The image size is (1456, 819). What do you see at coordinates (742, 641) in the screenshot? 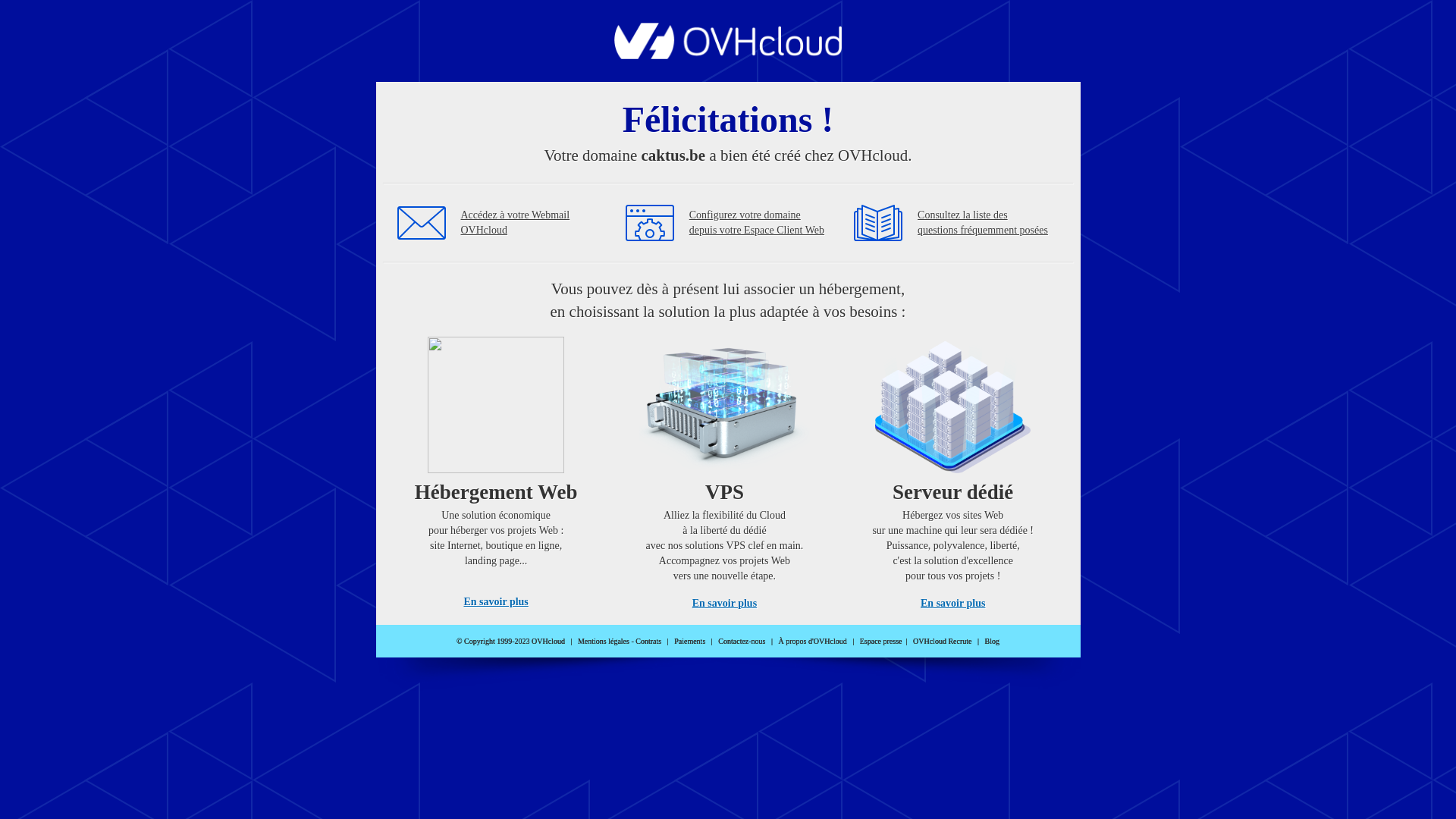
I see `'Contactez-nous'` at bounding box center [742, 641].